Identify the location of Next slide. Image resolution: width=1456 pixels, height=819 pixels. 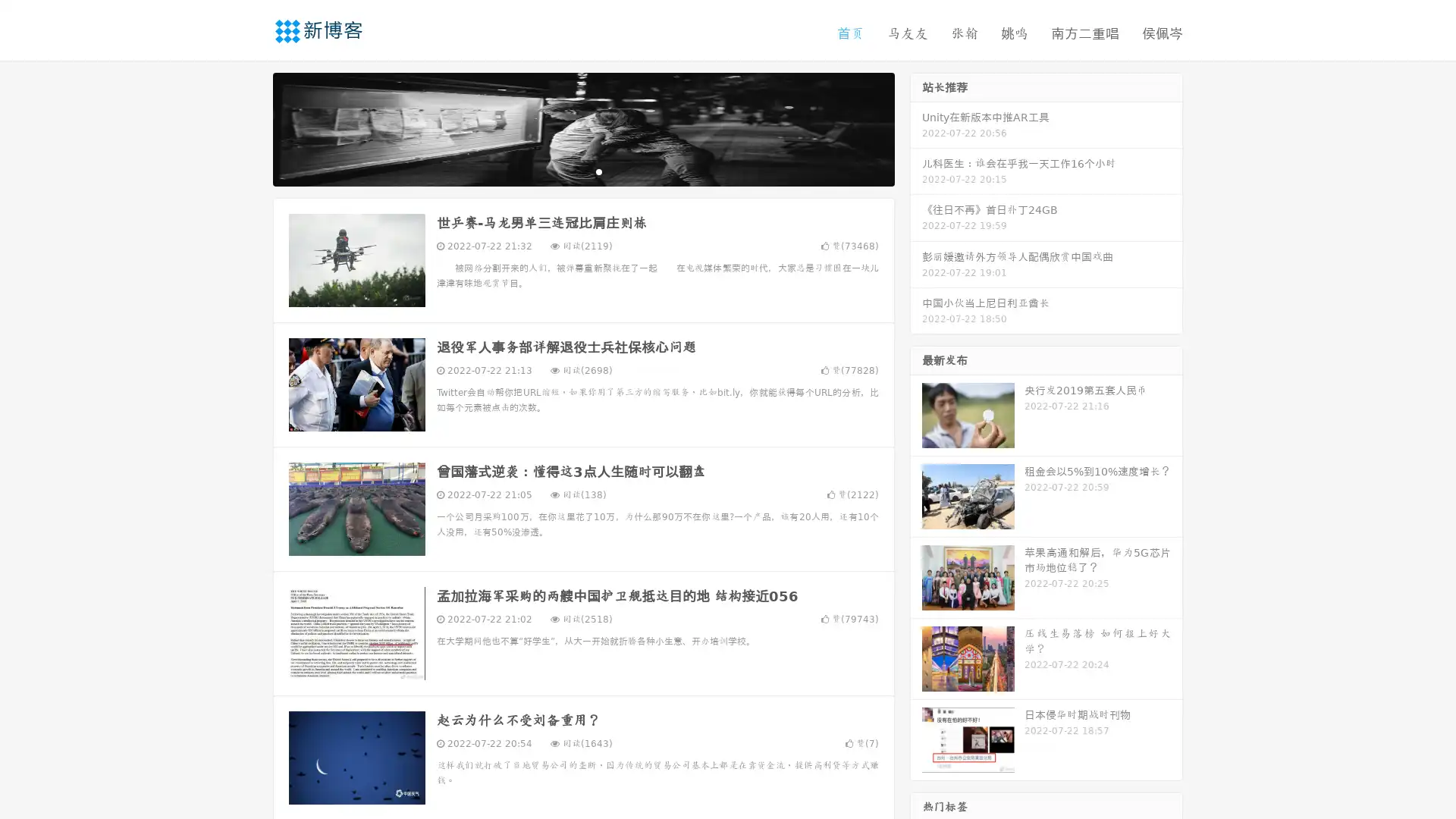
(916, 127).